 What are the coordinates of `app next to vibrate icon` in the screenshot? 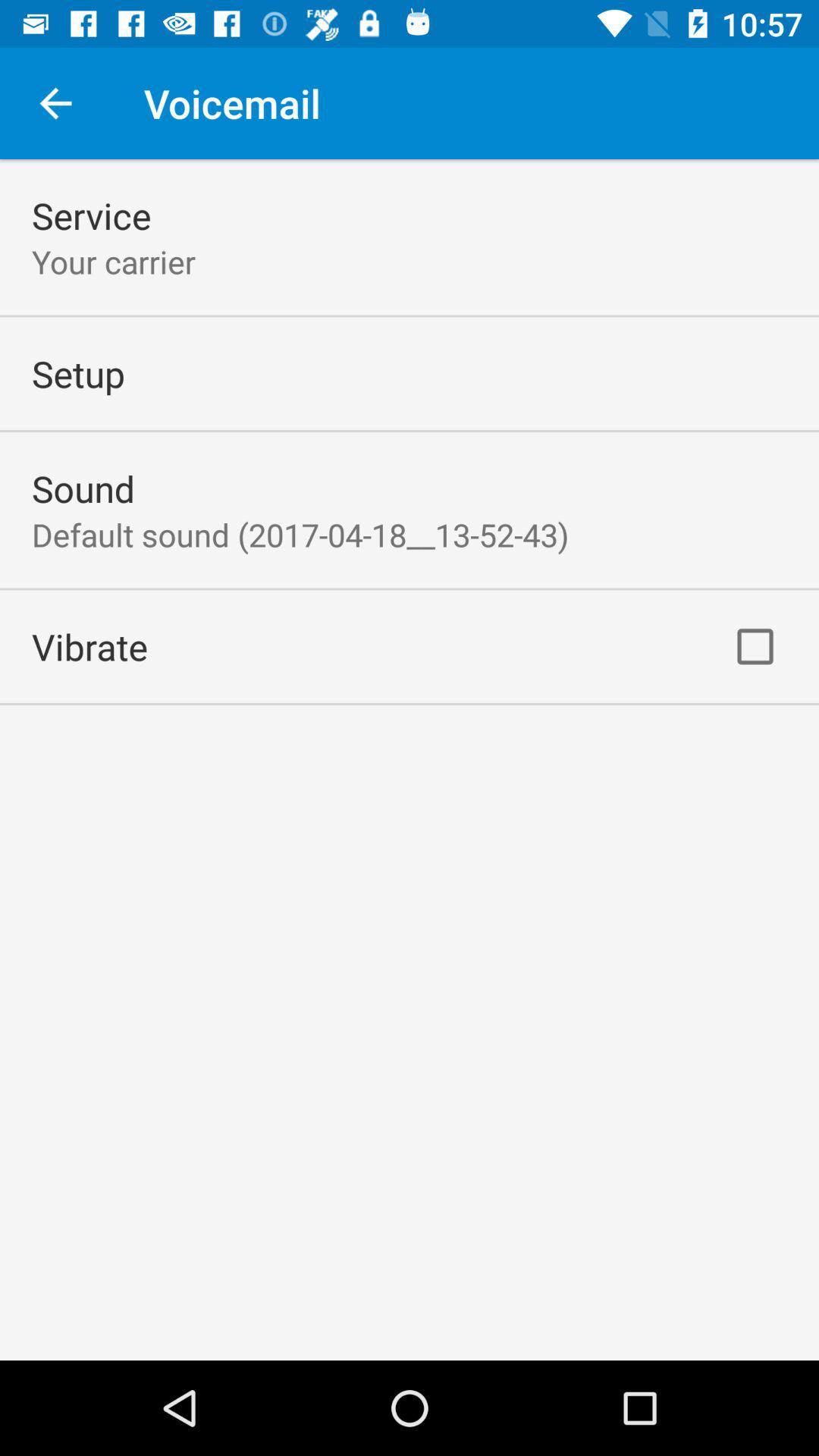 It's located at (755, 646).